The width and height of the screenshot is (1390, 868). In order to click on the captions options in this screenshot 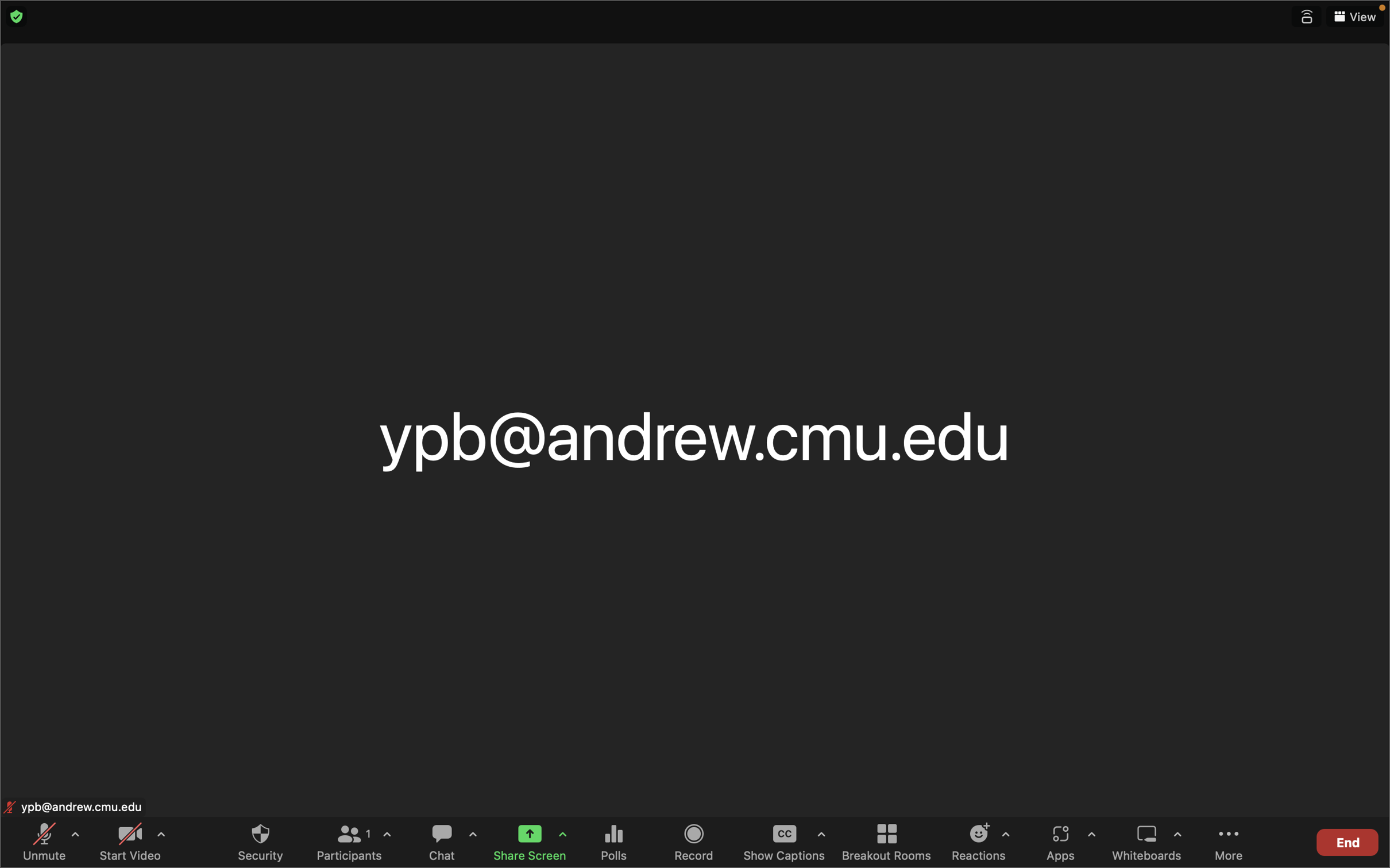, I will do `click(821, 836)`.